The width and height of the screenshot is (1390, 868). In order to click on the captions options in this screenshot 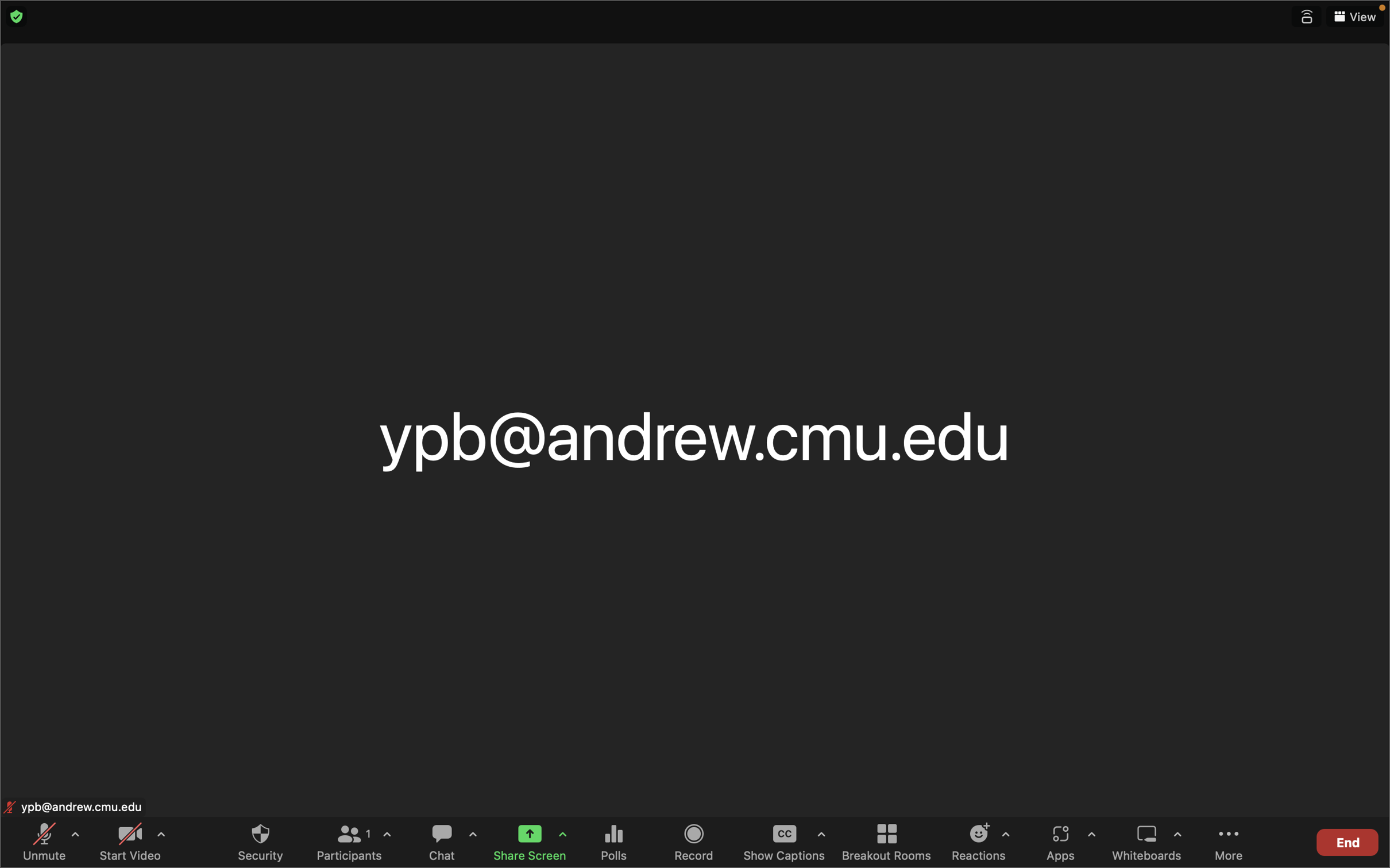, I will do `click(821, 836)`.